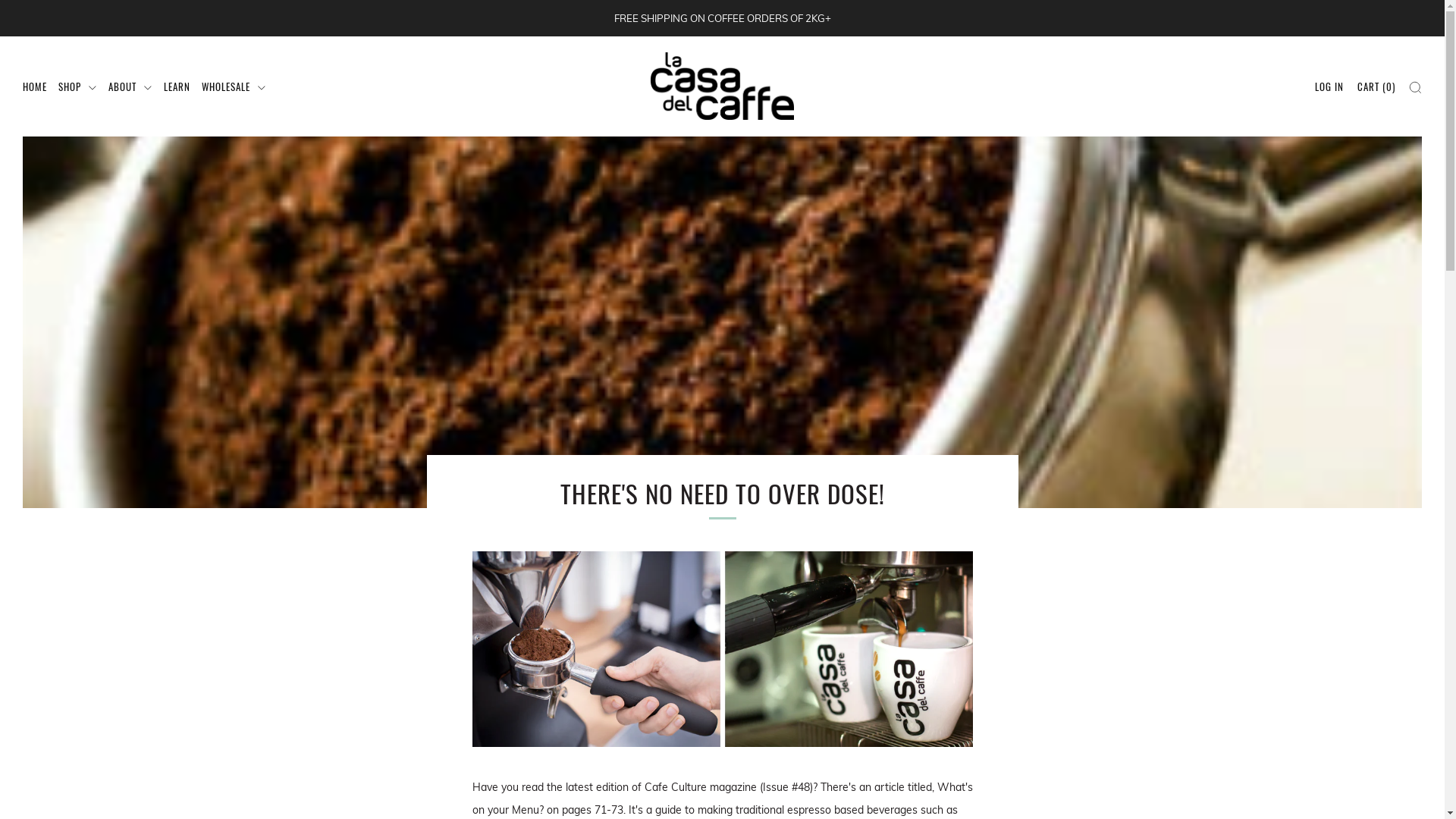 Image resolution: width=1456 pixels, height=819 pixels. Describe the element at coordinates (1376, 86) in the screenshot. I see `'CART (0)'` at that location.